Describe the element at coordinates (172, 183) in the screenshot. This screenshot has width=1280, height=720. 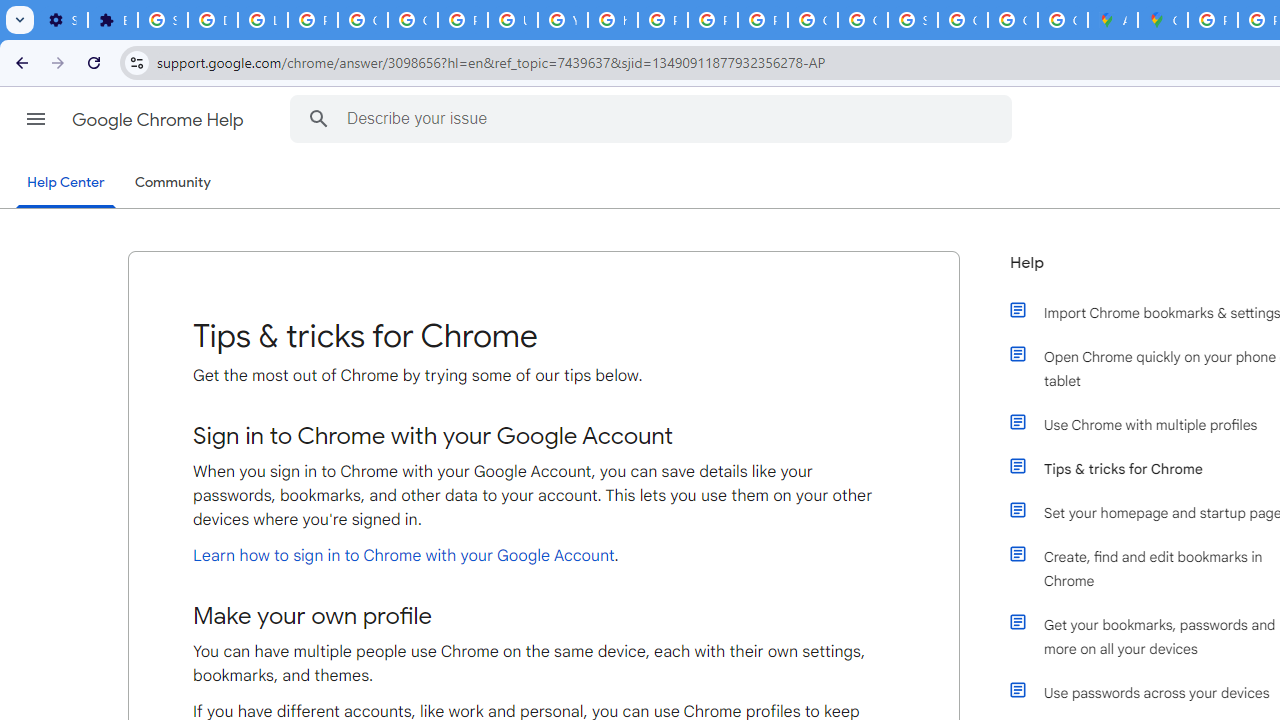
I see `'Community'` at that location.